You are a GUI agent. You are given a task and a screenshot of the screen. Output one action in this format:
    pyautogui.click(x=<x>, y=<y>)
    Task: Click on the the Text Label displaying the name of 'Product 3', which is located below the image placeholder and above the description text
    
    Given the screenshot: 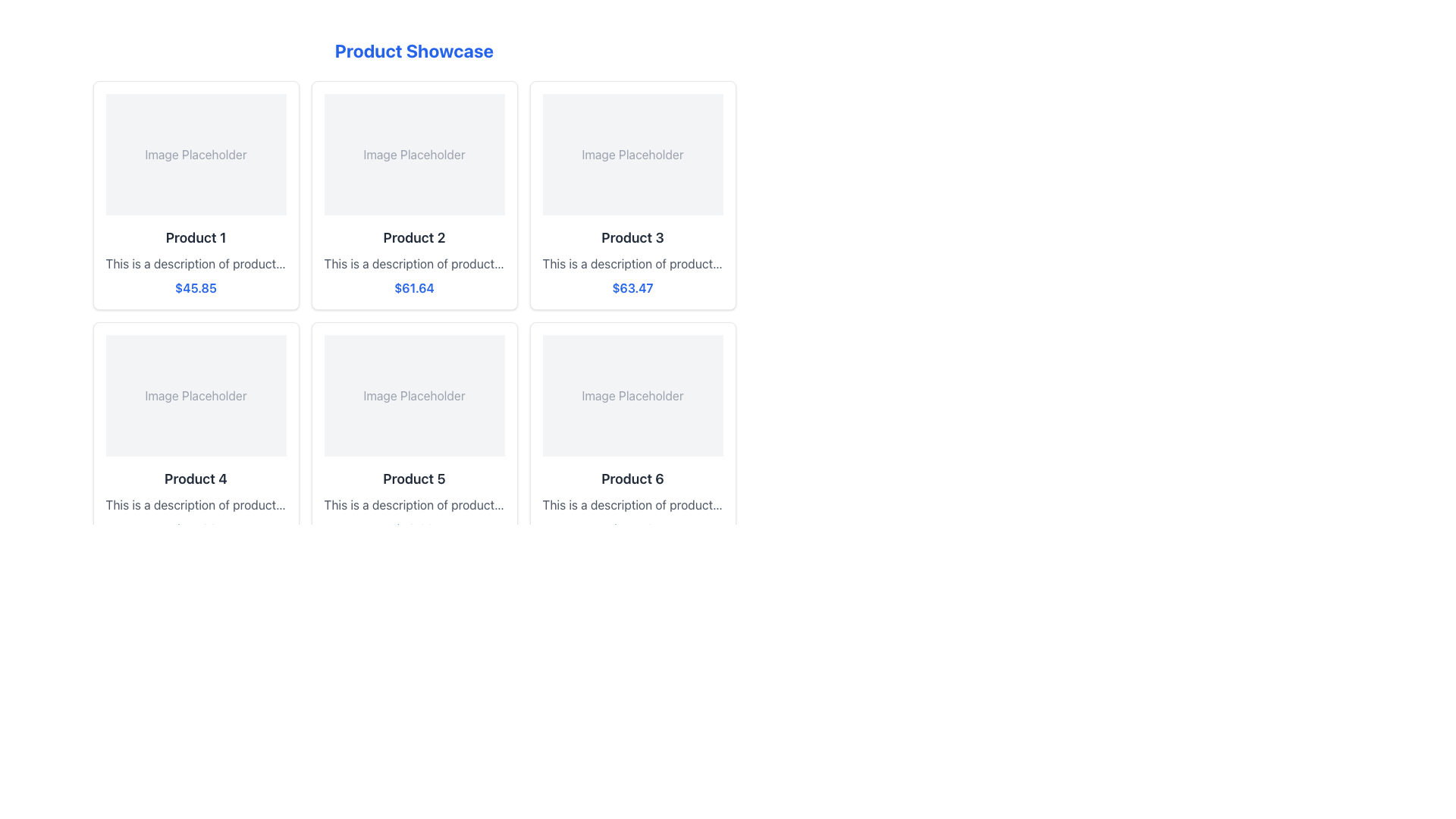 What is the action you would take?
    pyautogui.click(x=632, y=237)
    